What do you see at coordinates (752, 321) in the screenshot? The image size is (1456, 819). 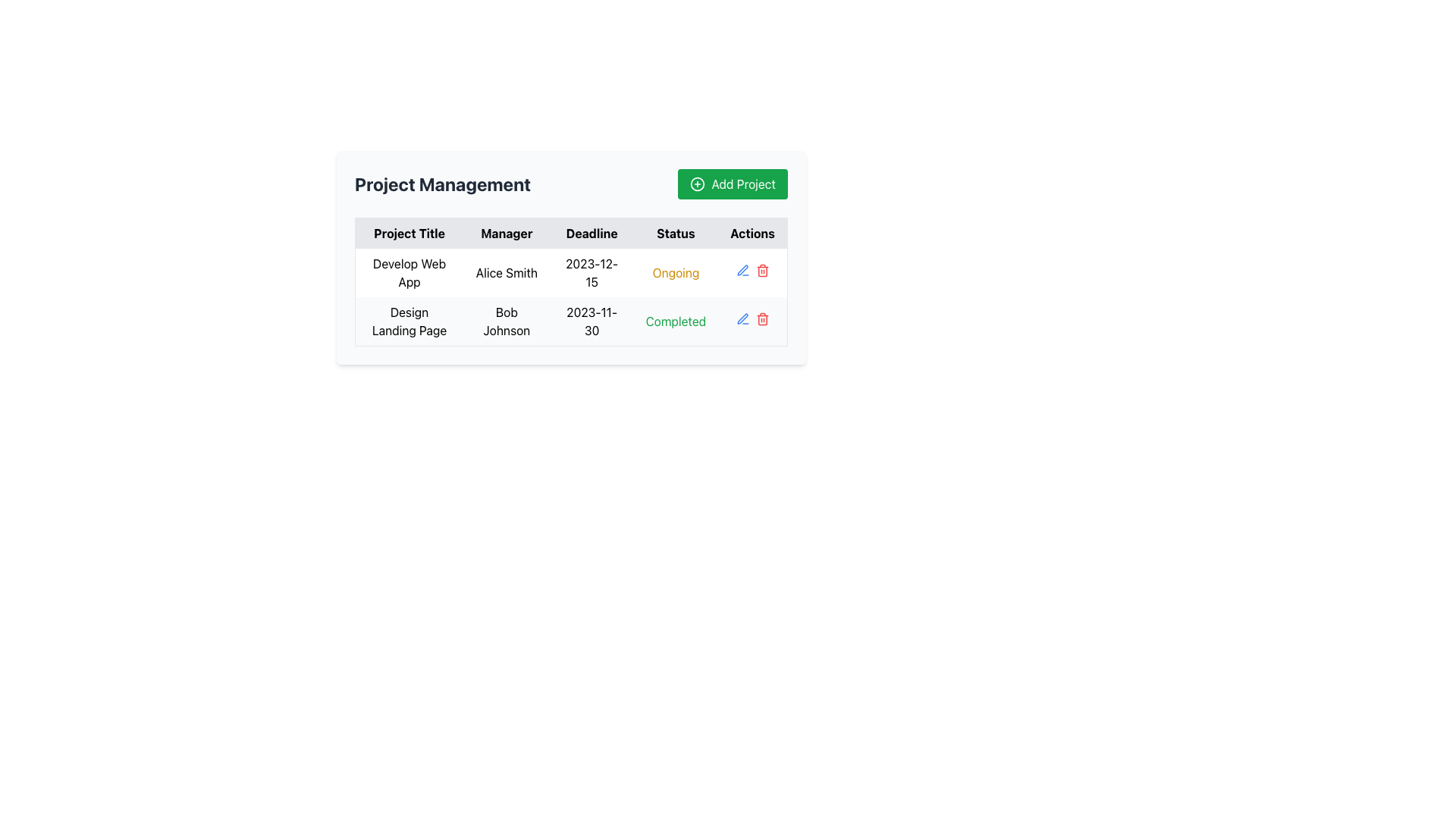 I see `the blank space located in the 'Actions' column of the second row of the table, positioned to the right of the 'Edit' icon and adjacent to the 'Delete' icon` at bounding box center [752, 321].